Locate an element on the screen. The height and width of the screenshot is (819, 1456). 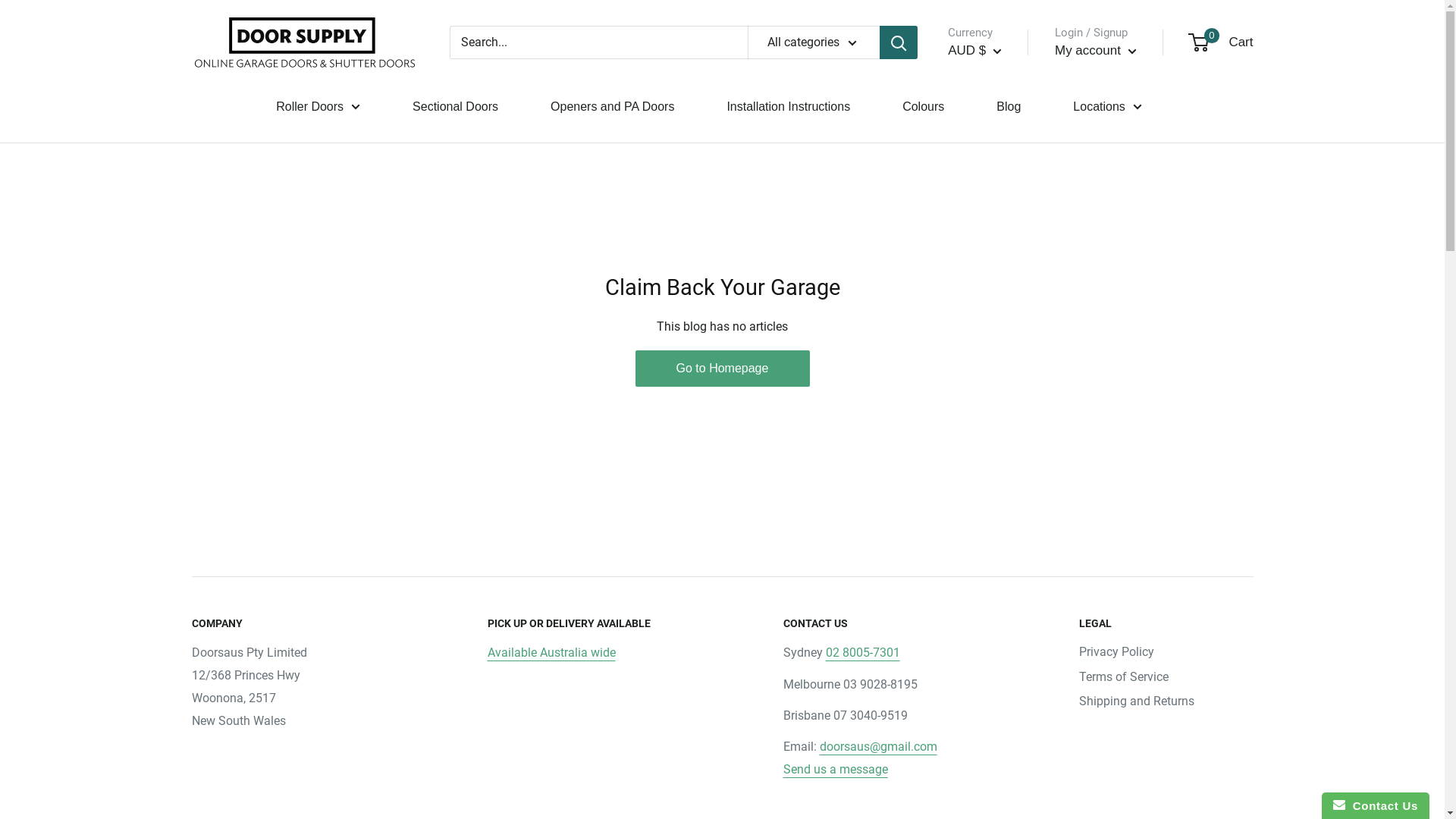
'doorsaus@gmail.com' is located at coordinates (877, 745).